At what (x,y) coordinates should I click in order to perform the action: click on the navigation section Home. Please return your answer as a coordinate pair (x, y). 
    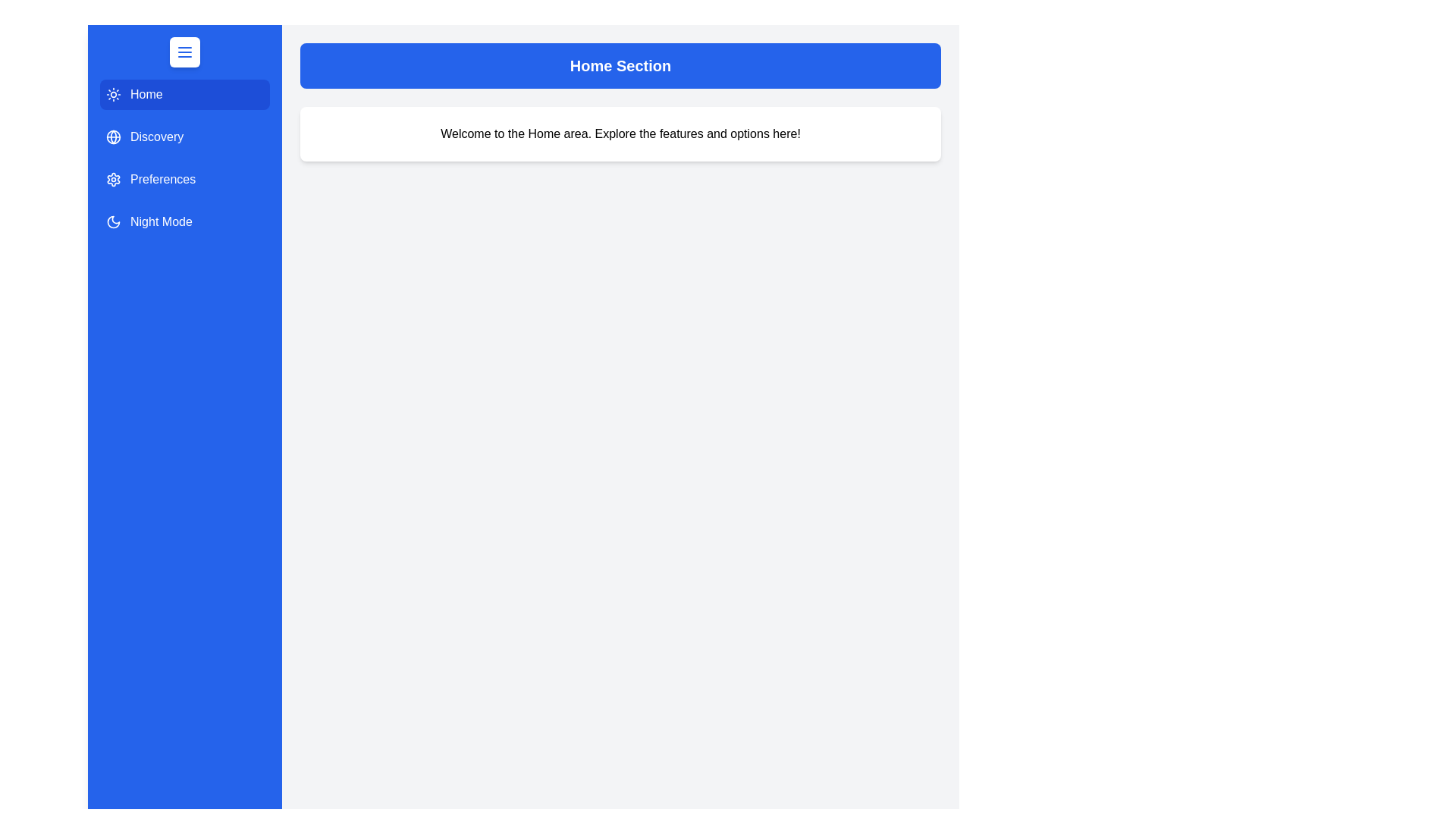
    Looking at the image, I should click on (184, 94).